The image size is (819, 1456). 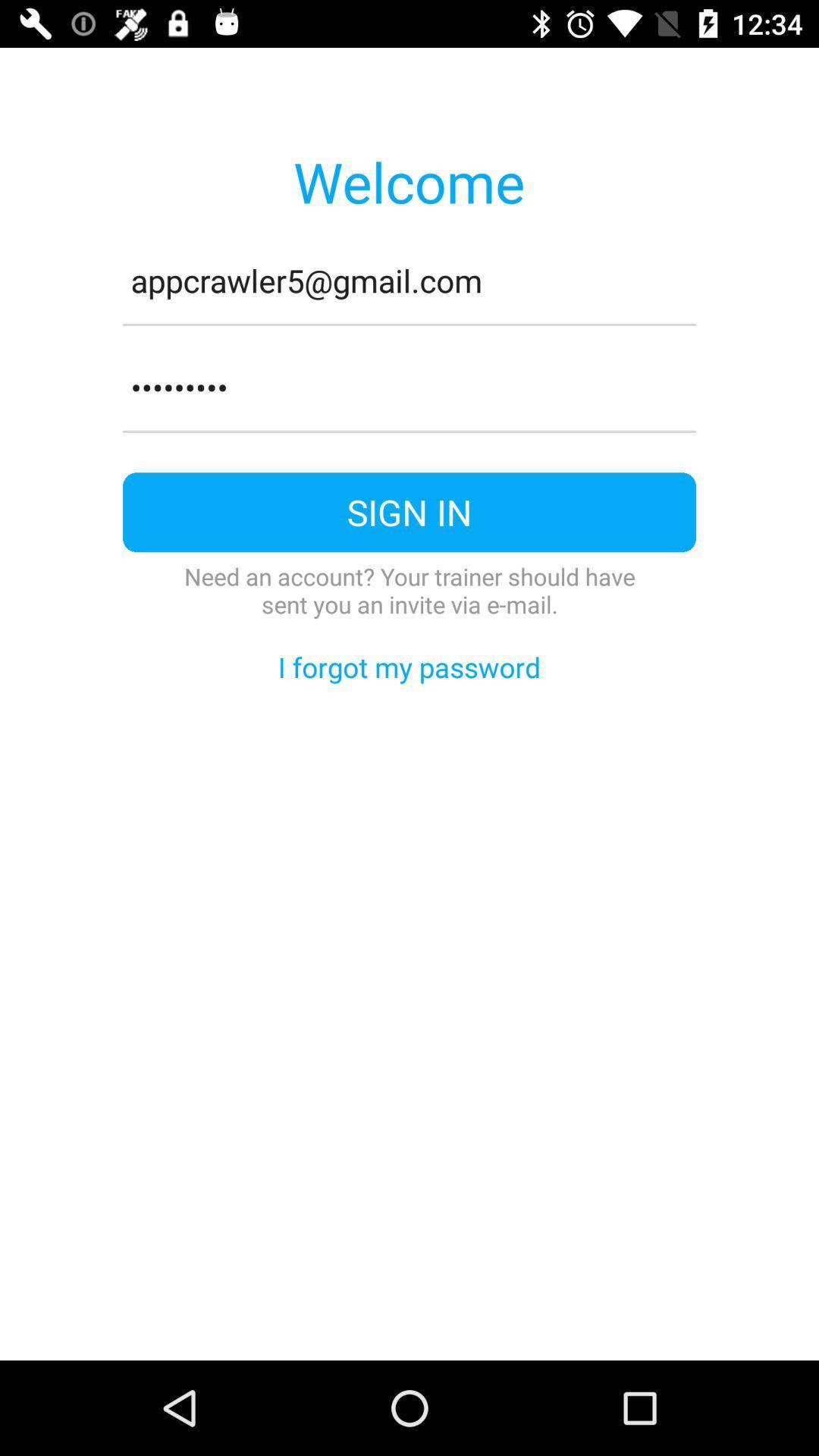 I want to click on item below the crowd3116 item, so click(x=409, y=431).